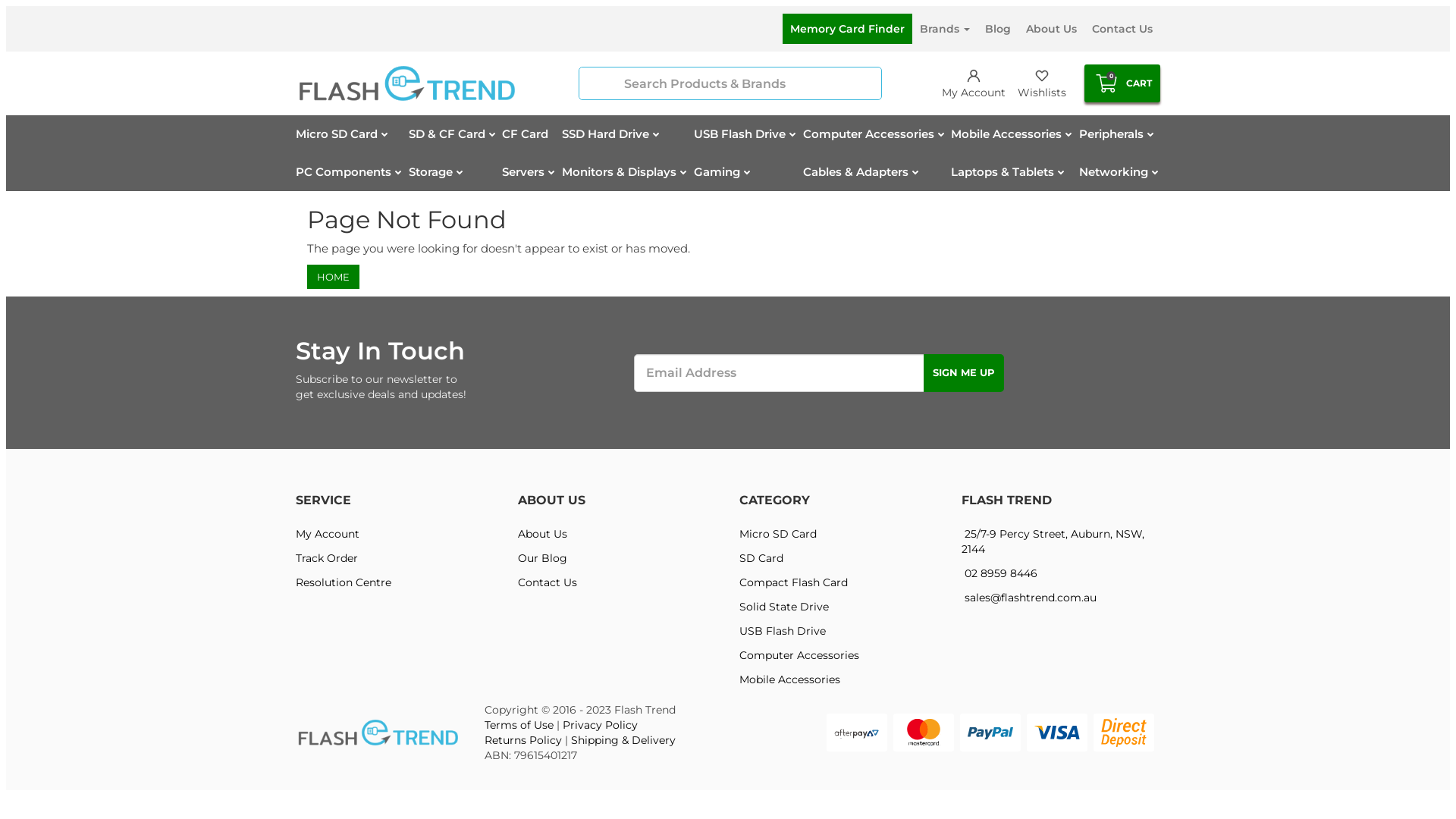 The image size is (1456, 819). I want to click on 'Wishlists', so click(1040, 83).